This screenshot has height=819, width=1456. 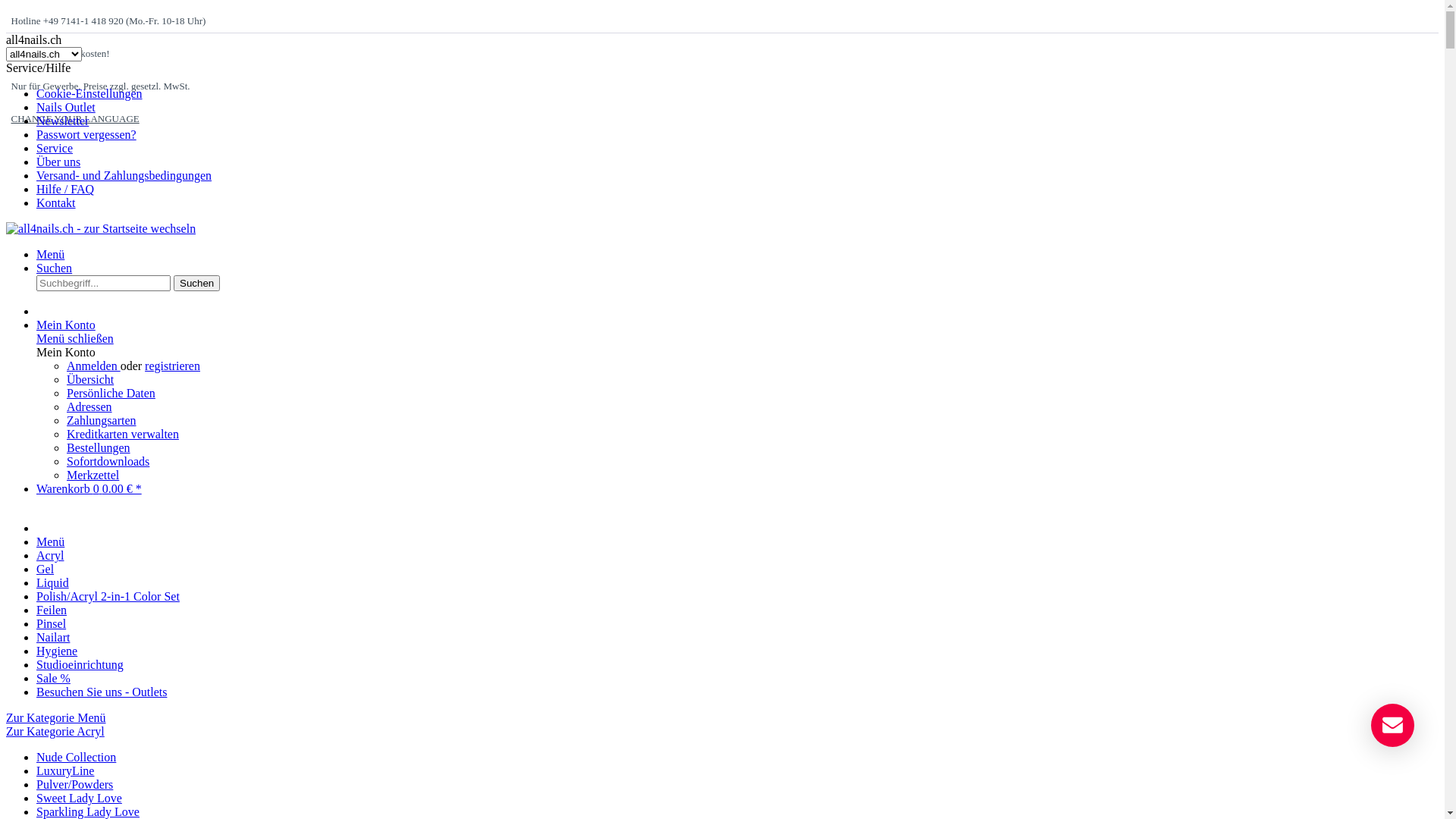 What do you see at coordinates (101, 692) in the screenshot?
I see `'Besuchen Sie uns - Outlets'` at bounding box center [101, 692].